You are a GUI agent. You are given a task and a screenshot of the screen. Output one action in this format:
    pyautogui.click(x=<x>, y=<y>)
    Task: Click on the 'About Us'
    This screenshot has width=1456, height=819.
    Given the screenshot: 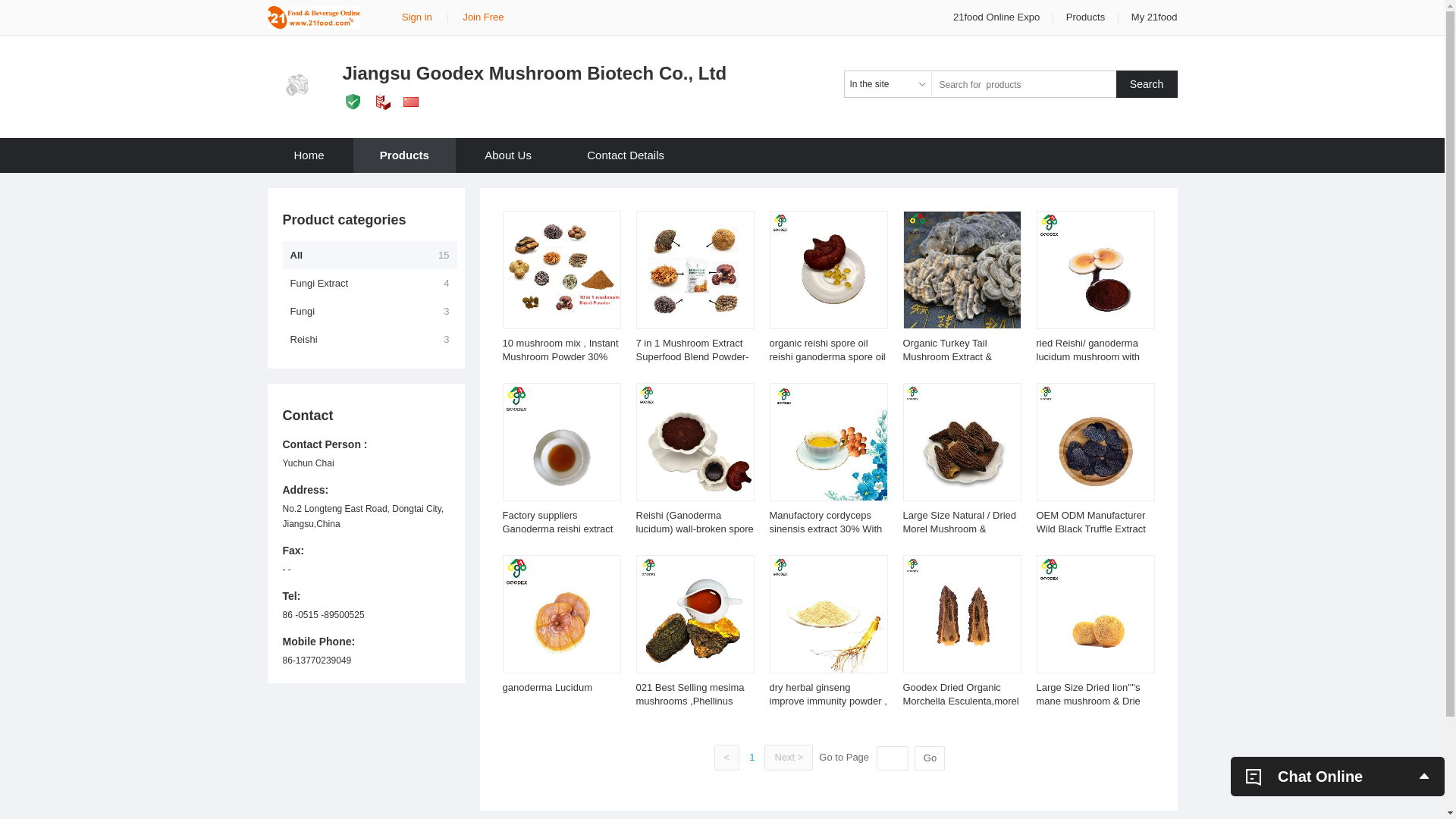 What is the action you would take?
    pyautogui.click(x=457, y=155)
    